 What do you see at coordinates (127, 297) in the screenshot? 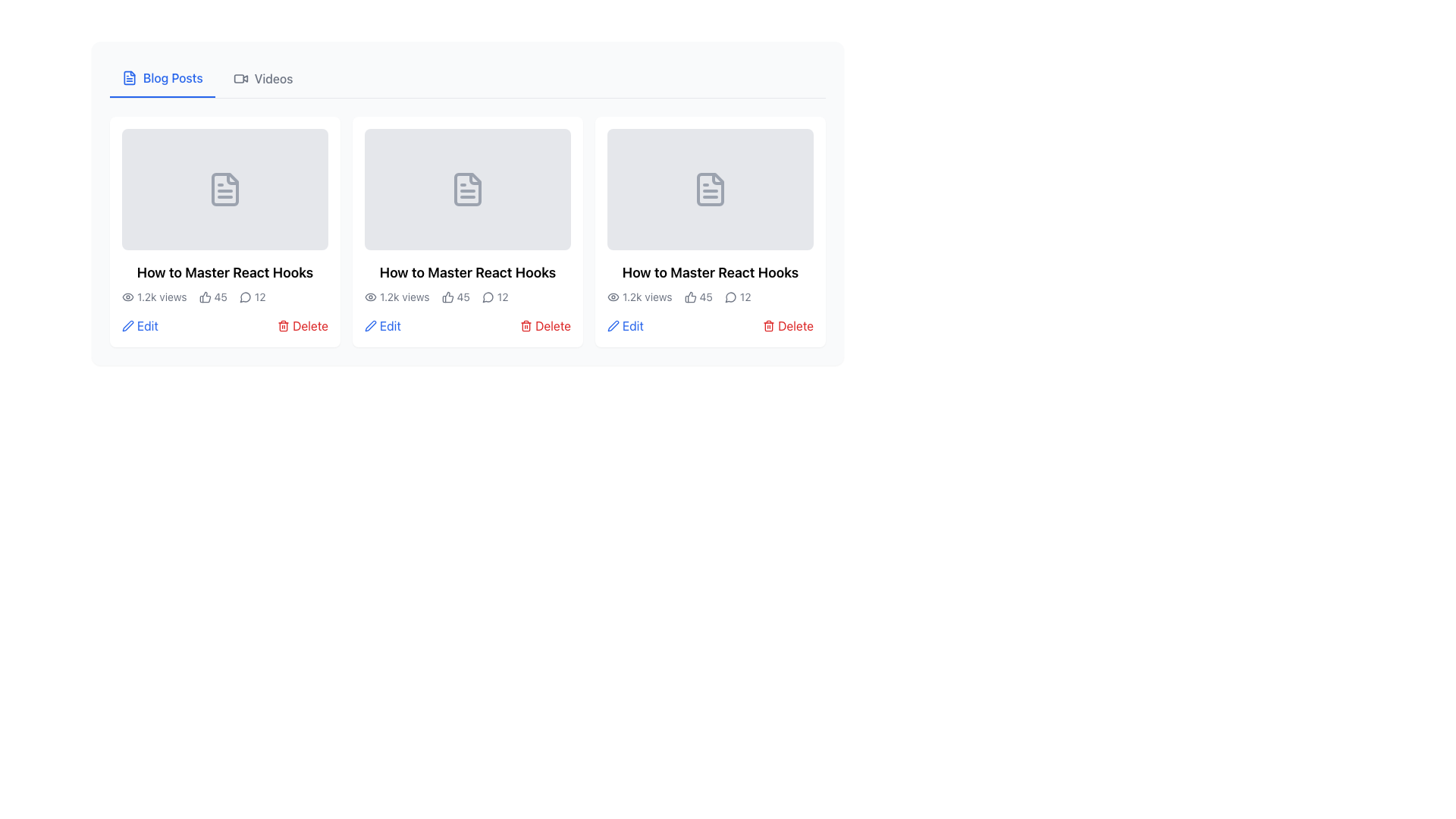
I see `the views indicator icon located beneath the title 'How to Master React Hooks', positioned to the left of the '45' likes value` at bounding box center [127, 297].